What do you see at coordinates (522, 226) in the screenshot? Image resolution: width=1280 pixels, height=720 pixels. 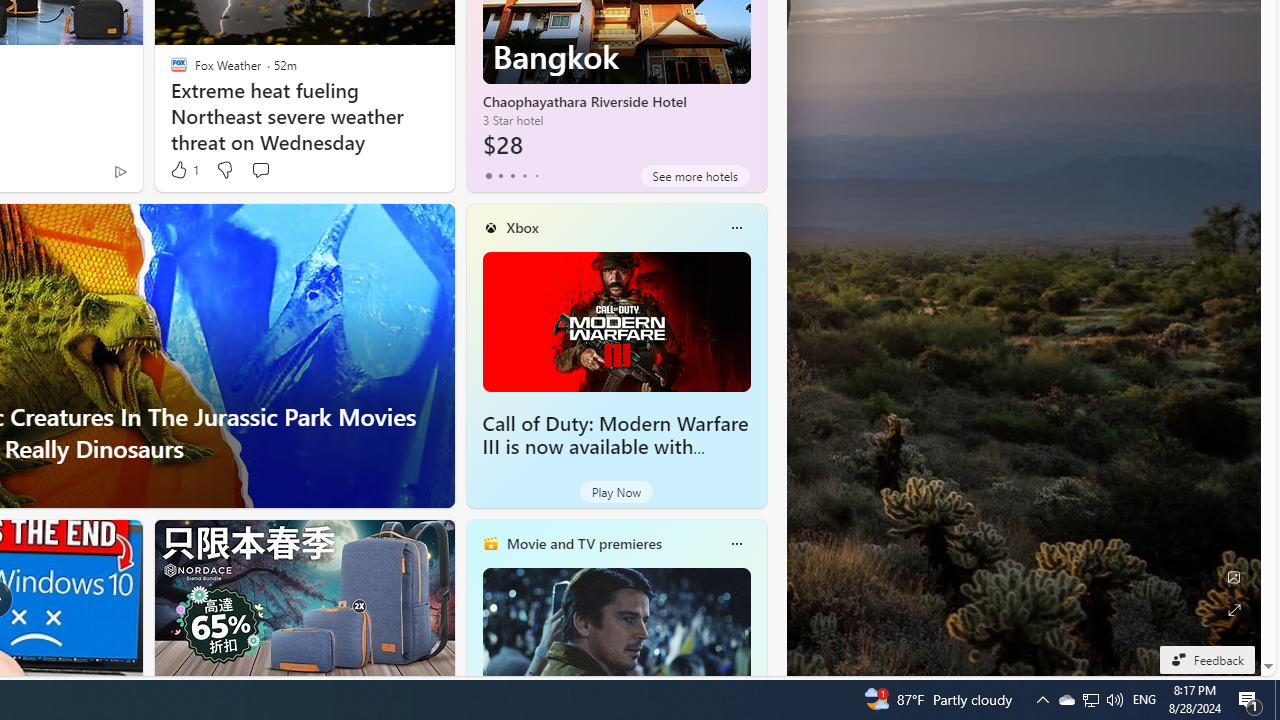 I see `'Xbox'` at bounding box center [522, 226].